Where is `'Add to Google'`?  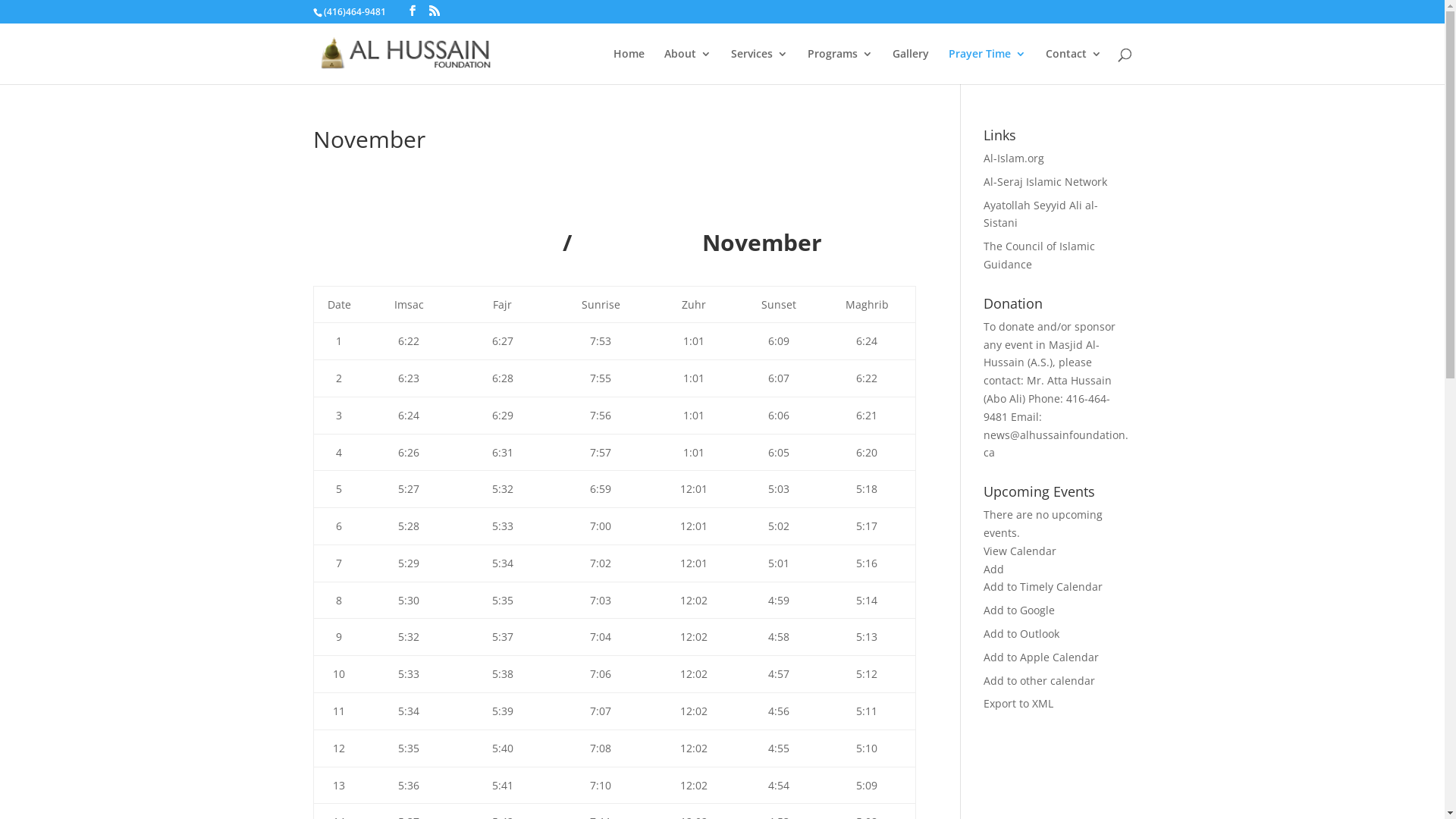
'Add to Google' is located at coordinates (1019, 609).